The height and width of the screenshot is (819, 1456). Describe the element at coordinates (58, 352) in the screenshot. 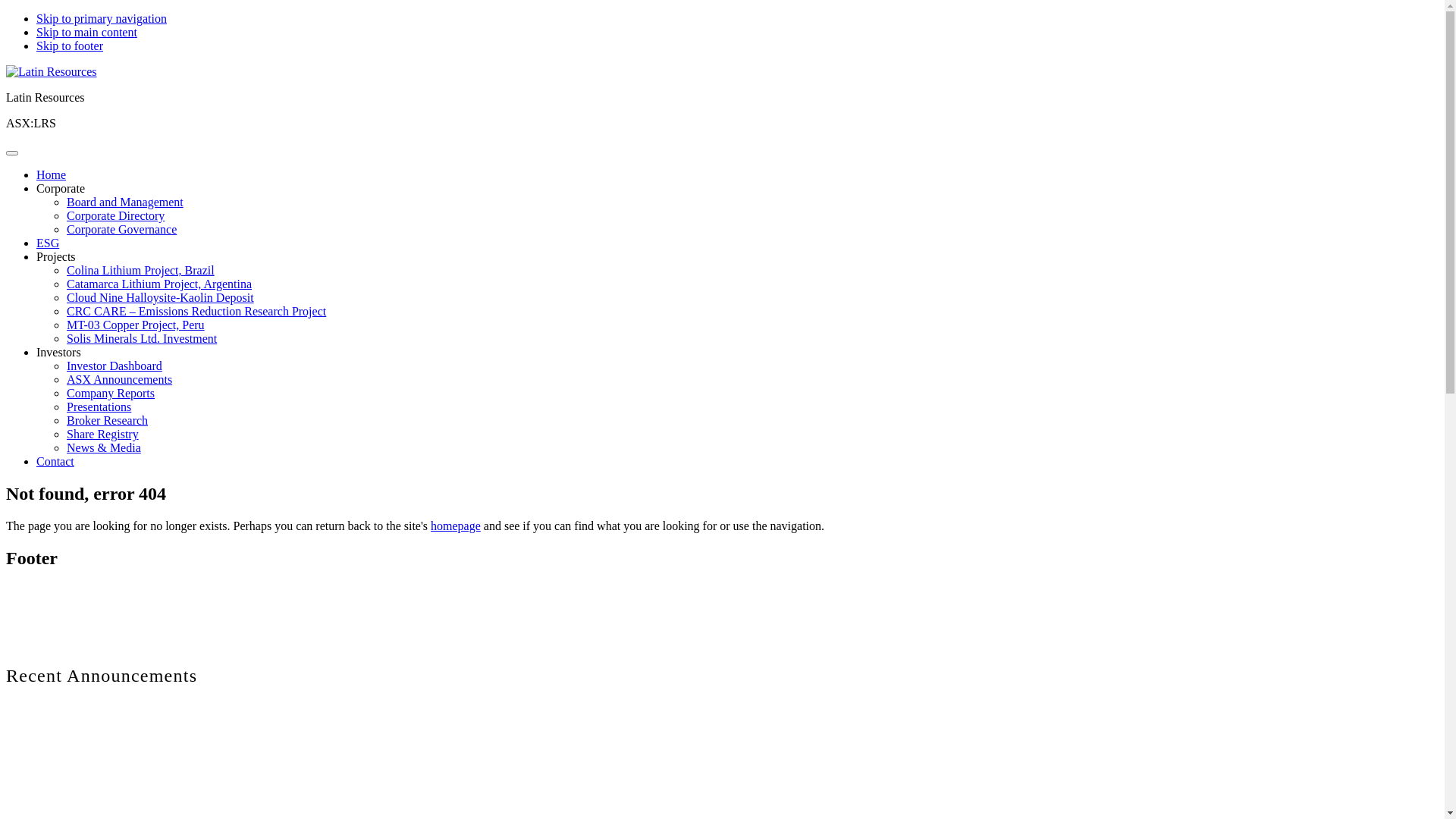

I see `'Investors'` at that location.